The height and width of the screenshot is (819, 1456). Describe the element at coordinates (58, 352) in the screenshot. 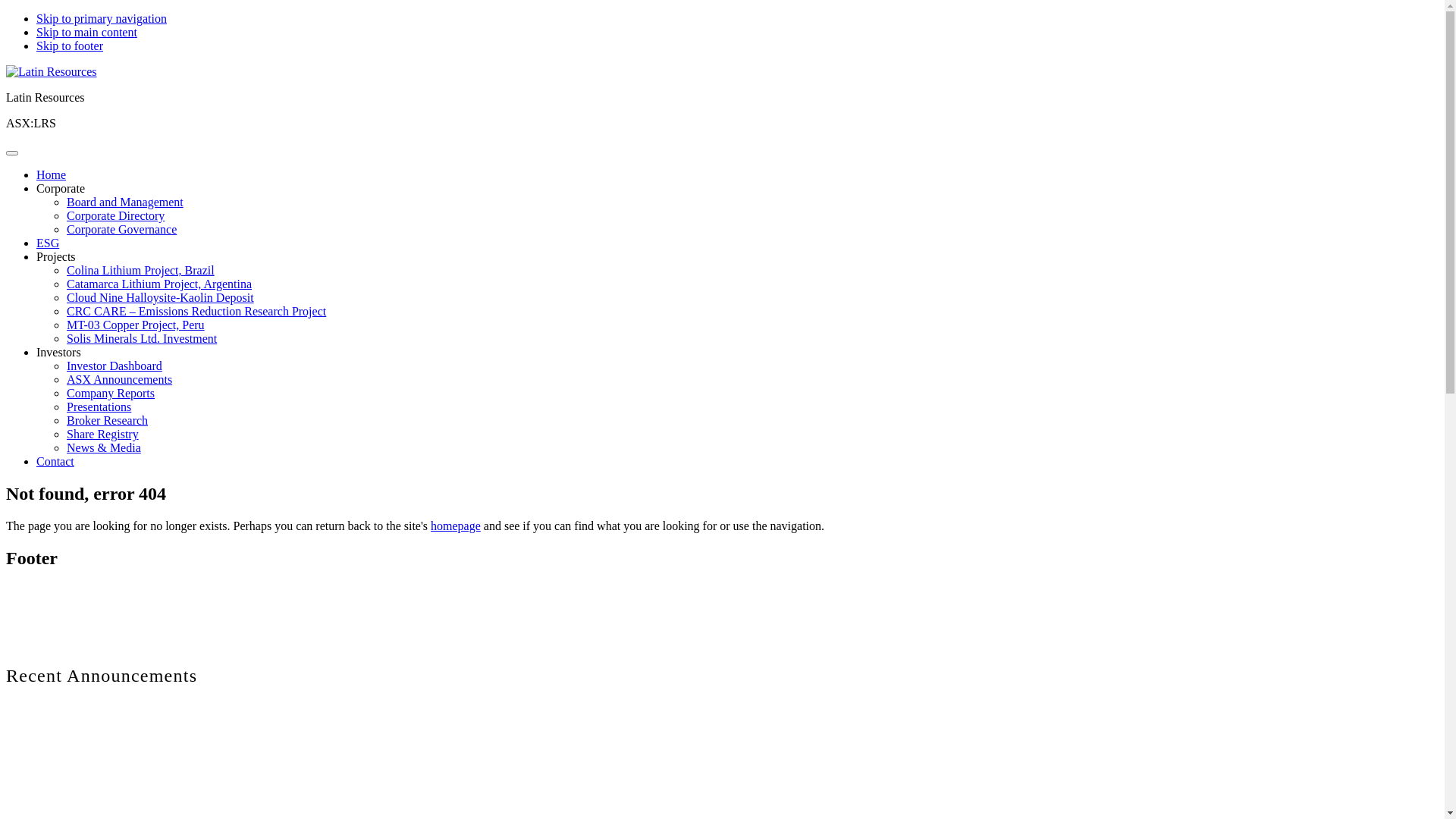

I see `'Investors'` at that location.